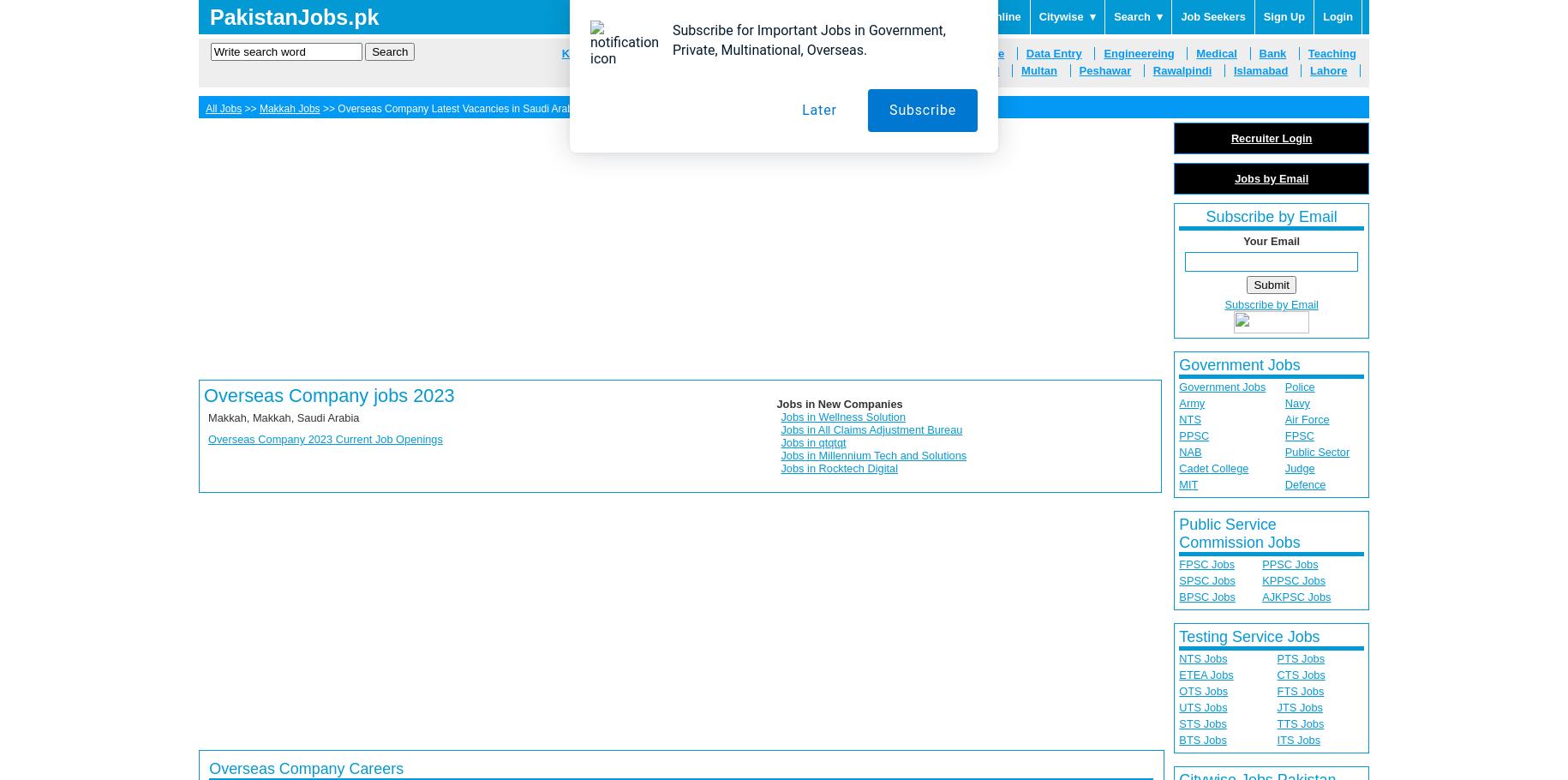 This screenshot has height=780, width=1568. What do you see at coordinates (780, 442) in the screenshot?
I see `'Jobs in qtqtqt'` at bounding box center [780, 442].